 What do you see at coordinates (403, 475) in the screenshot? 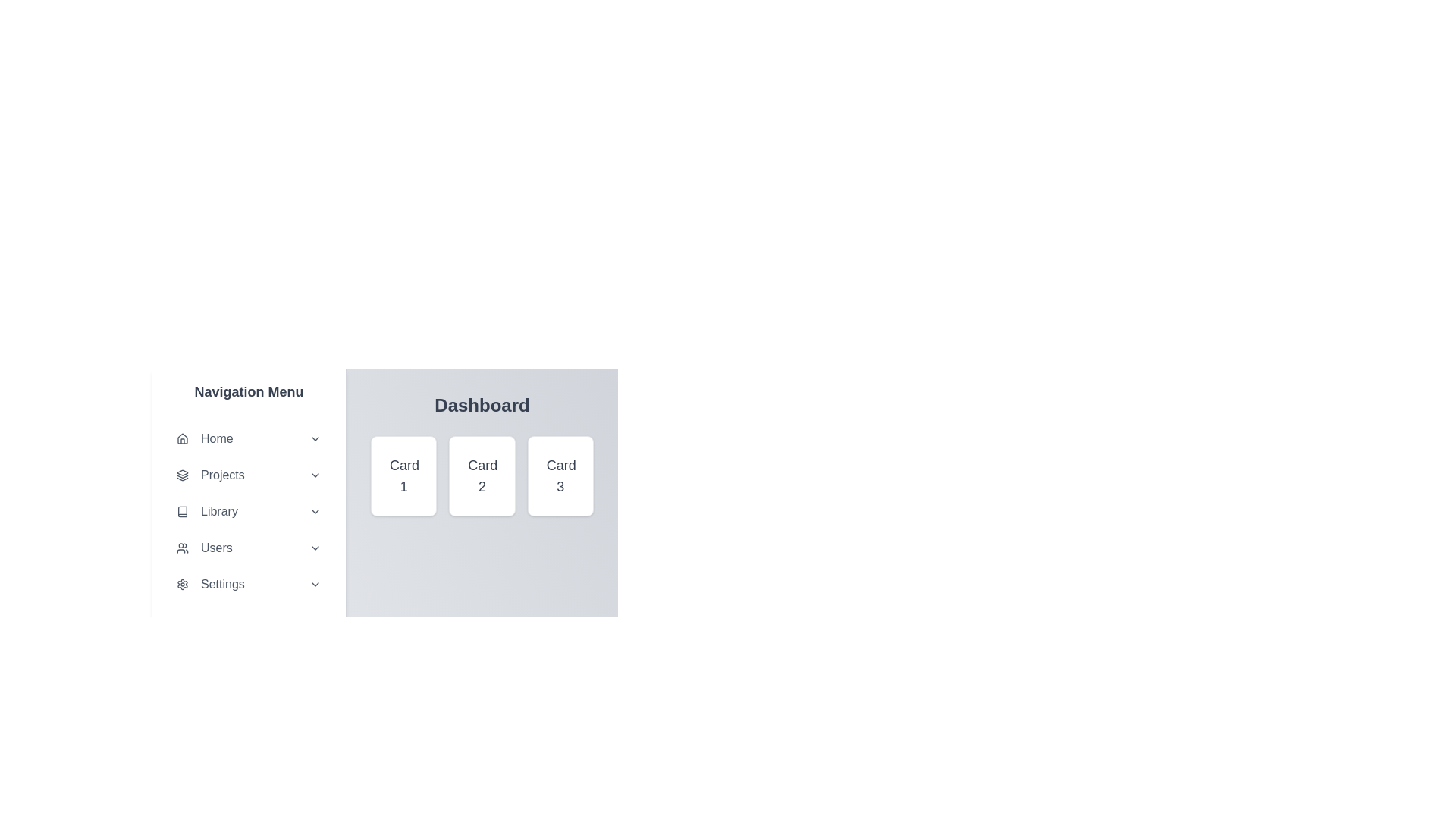
I see `text content of the first card's label located centrally within the white card with shadow under the 'Dashboard' heading` at bounding box center [403, 475].